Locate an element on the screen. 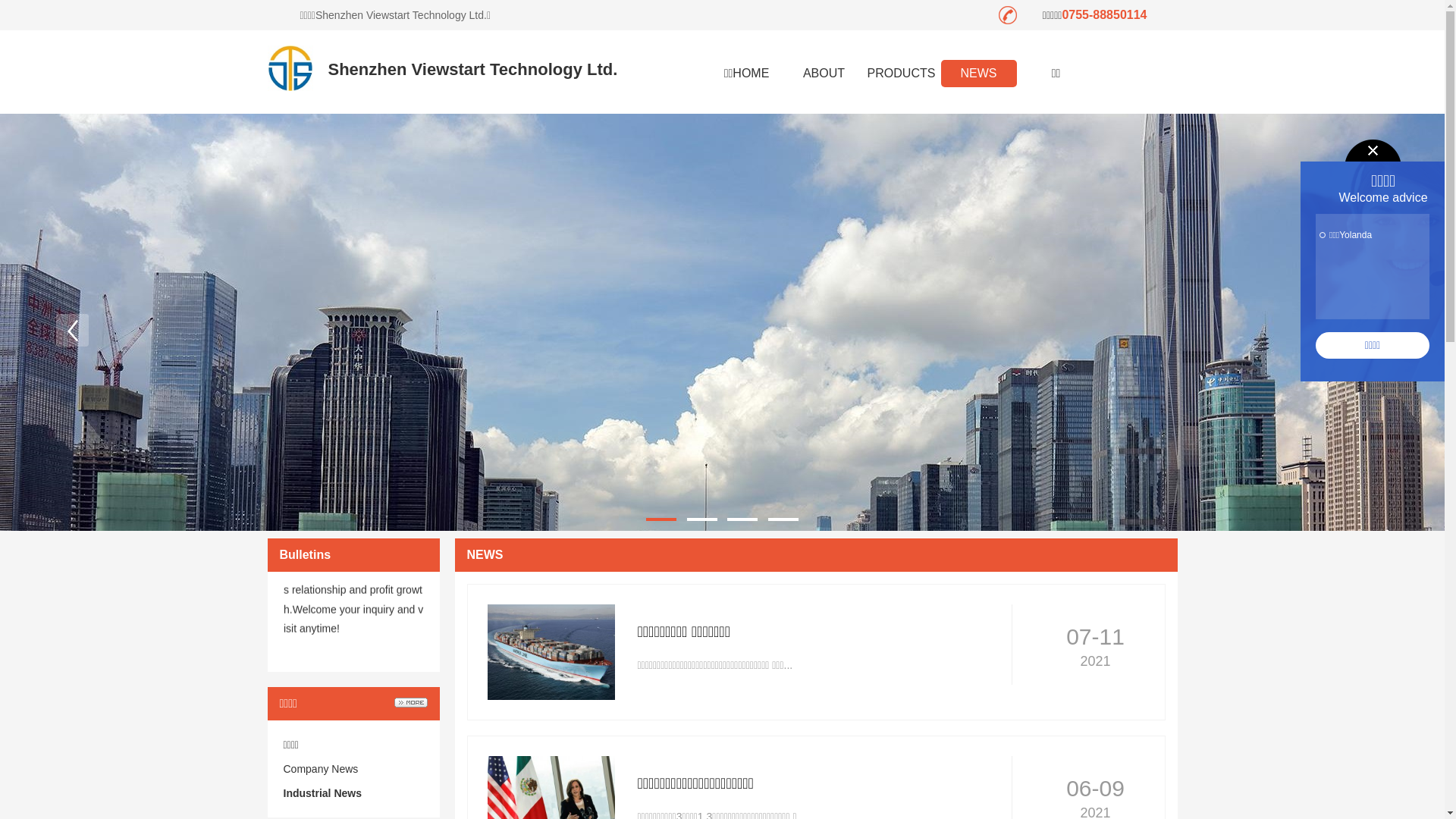 The height and width of the screenshot is (819, 1456). 'ABOUT' is located at coordinates (822, 73).